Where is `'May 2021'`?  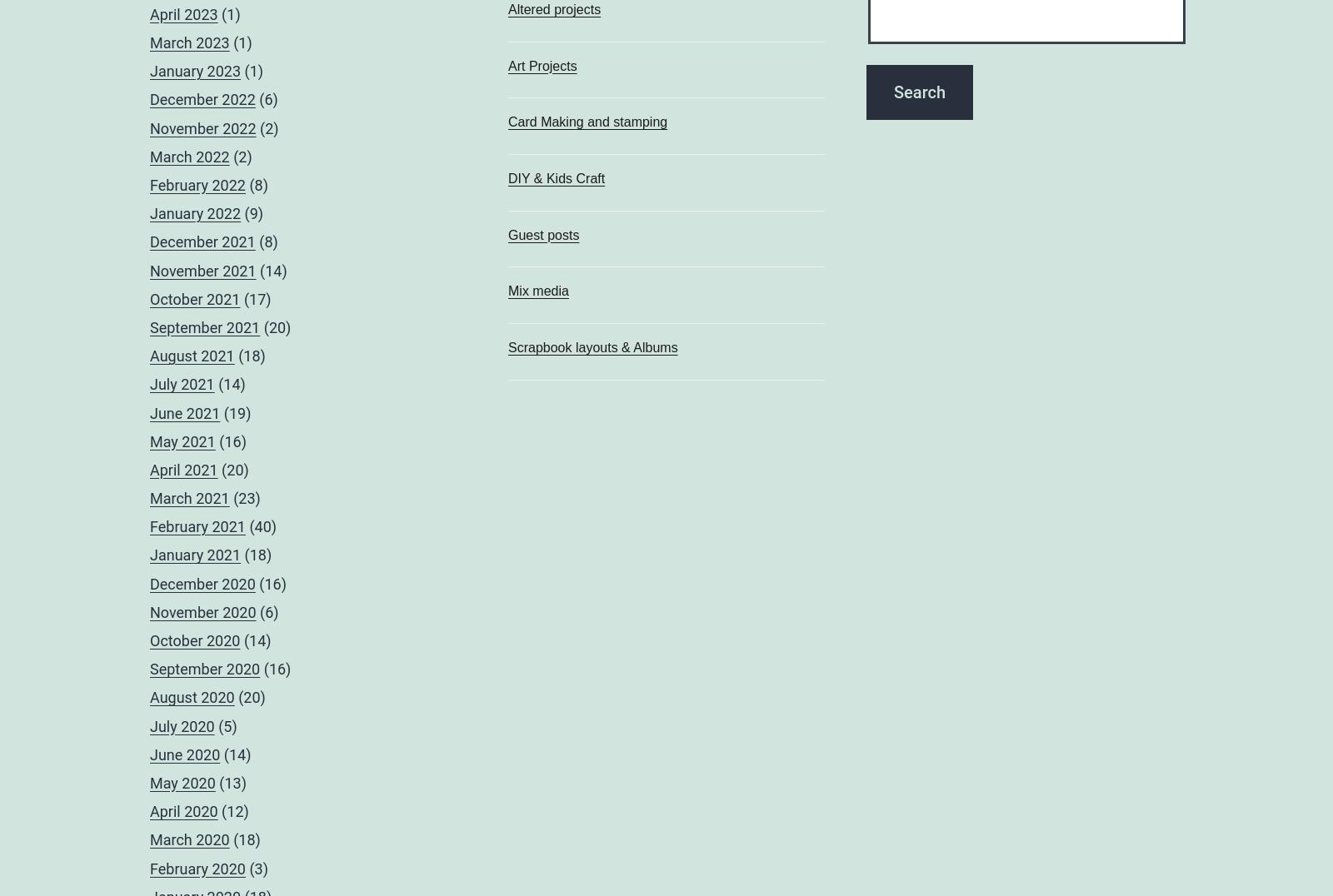 'May 2021' is located at coordinates (182, 441).